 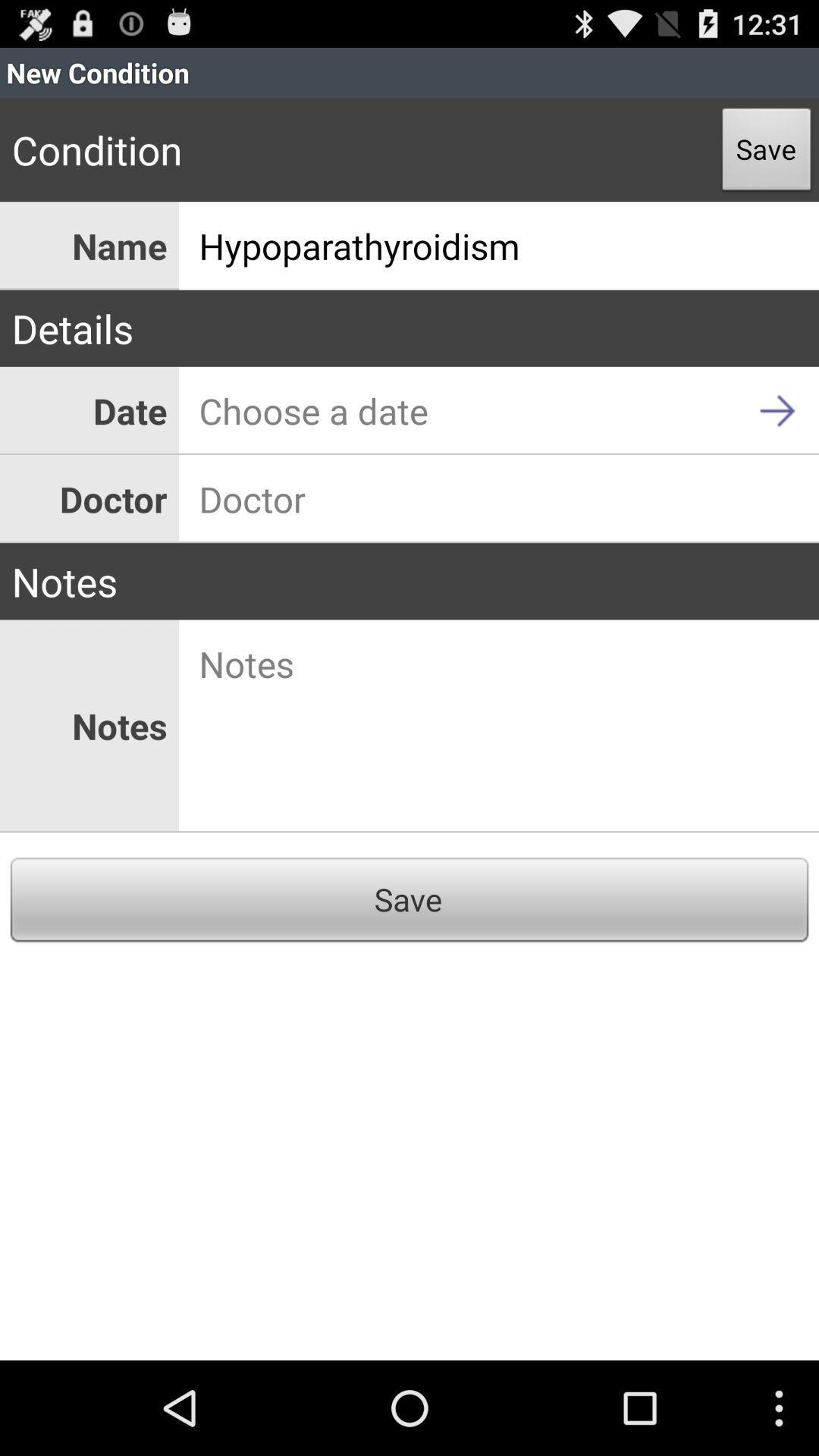 I want to click on date entry field, so click(x=499, y=410).